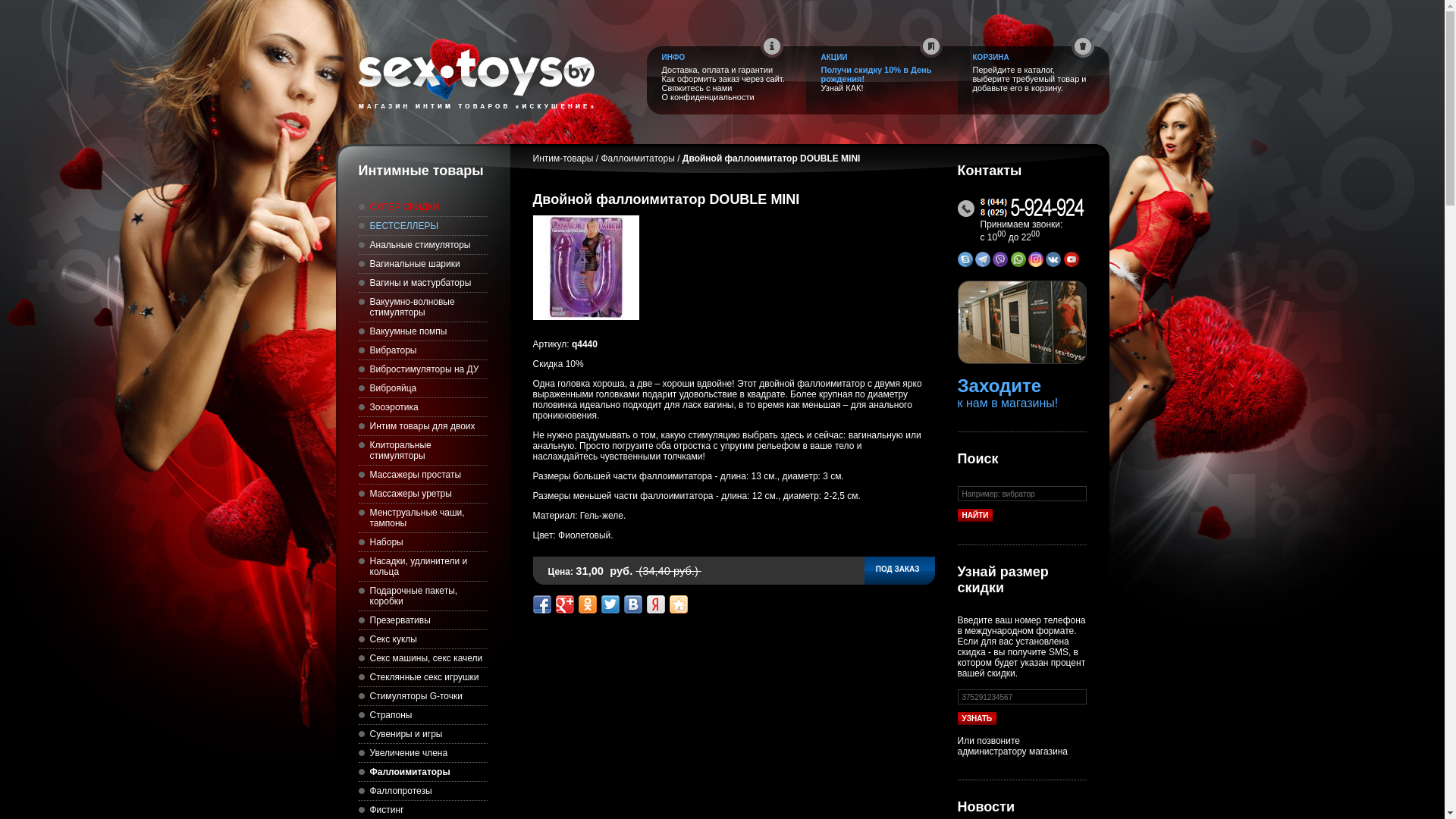 This screenshot has width=1456, height=819. What do you see at coordinates (632, 604) in the screenshot?
I see `'Share on VK'` at bounding box center [632, 604].